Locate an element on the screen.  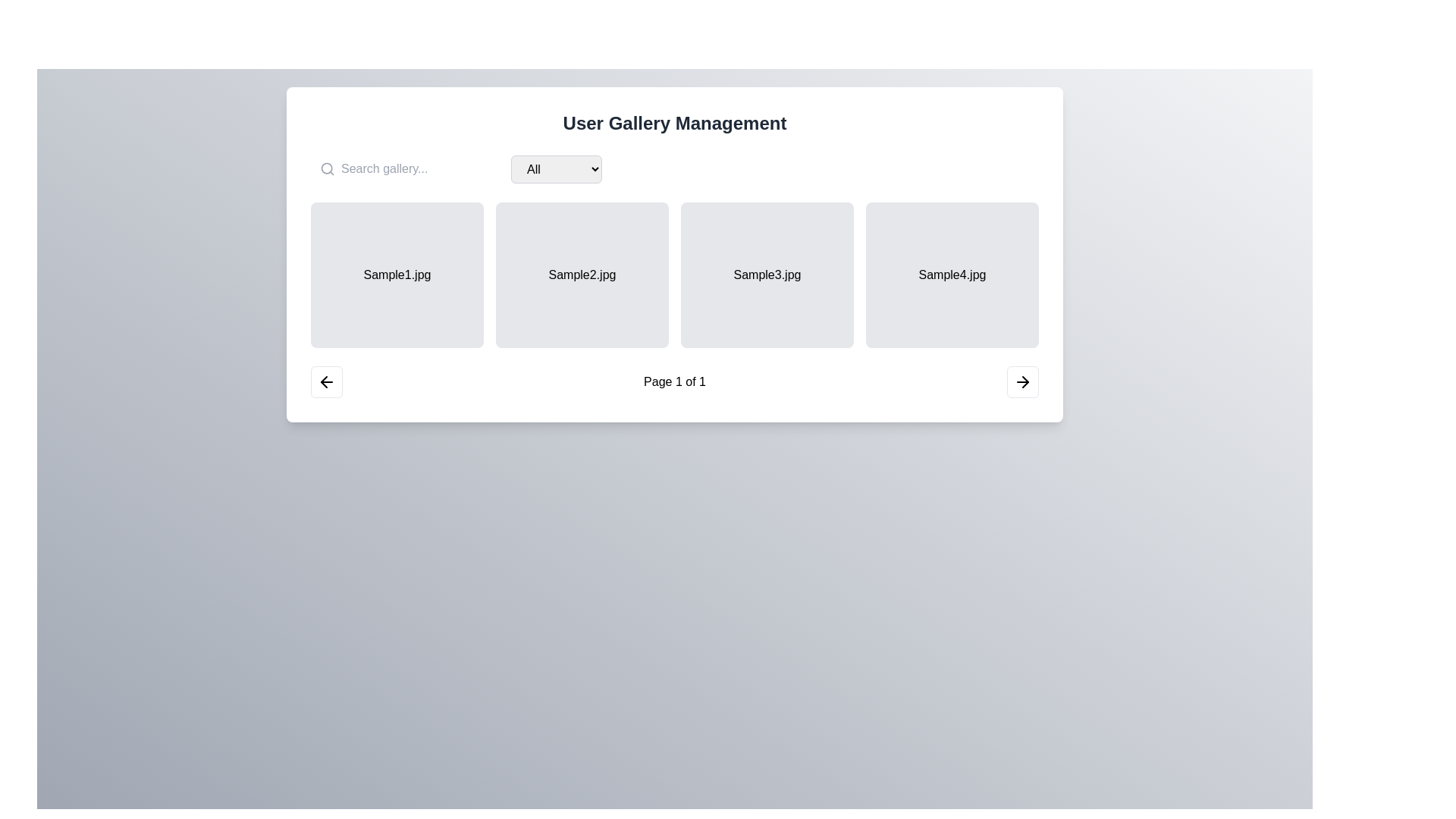
the right navigation arrow icon located at the bottom-right corner of the interface is located at coordinates (1022, 381).